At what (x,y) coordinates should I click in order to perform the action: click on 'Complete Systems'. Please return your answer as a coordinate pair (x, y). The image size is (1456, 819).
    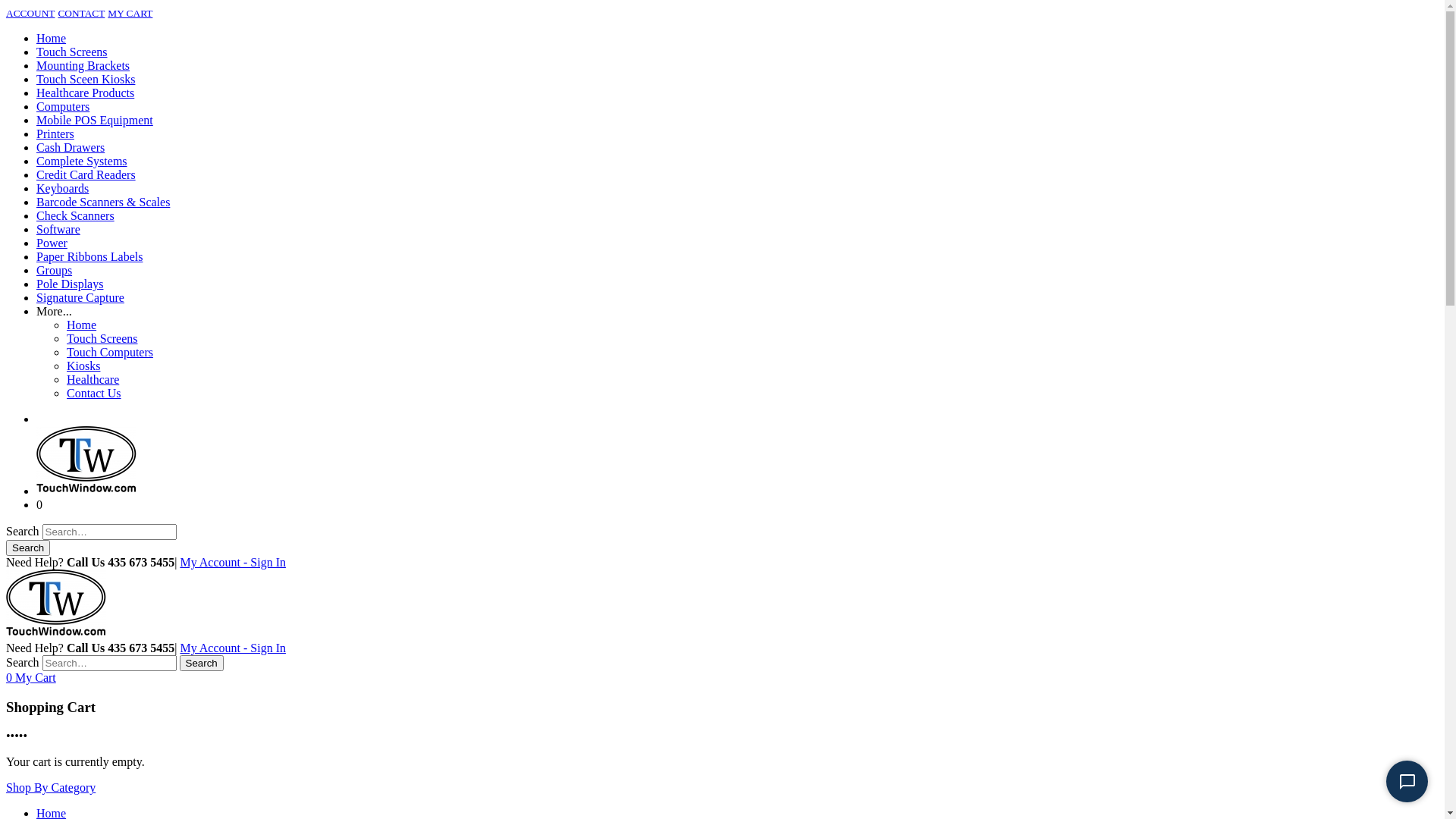
    Looking at the image, I should click on (36, 161).